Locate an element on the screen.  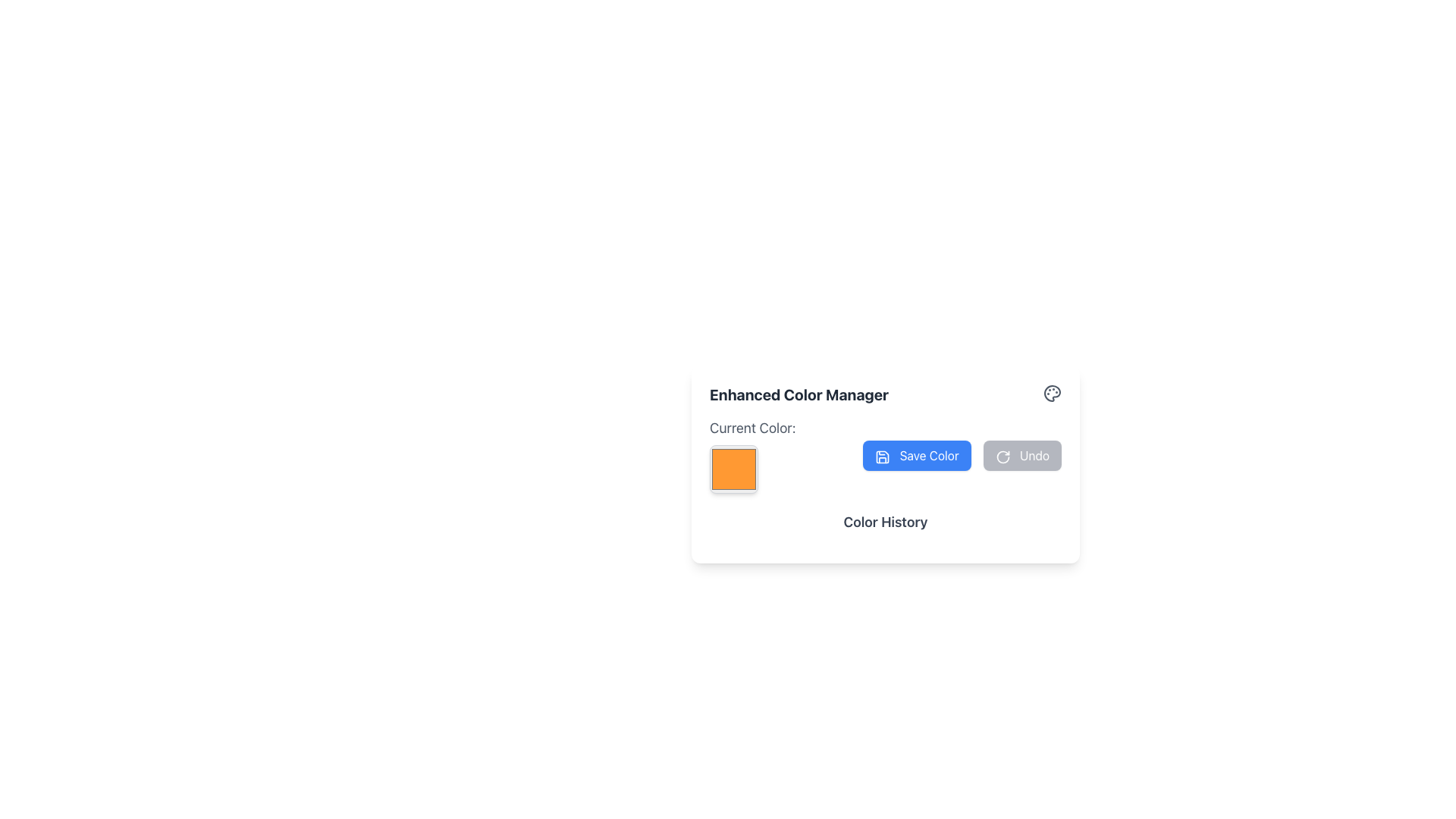
the 'Undo' button is located at coordinates (1003, 456).